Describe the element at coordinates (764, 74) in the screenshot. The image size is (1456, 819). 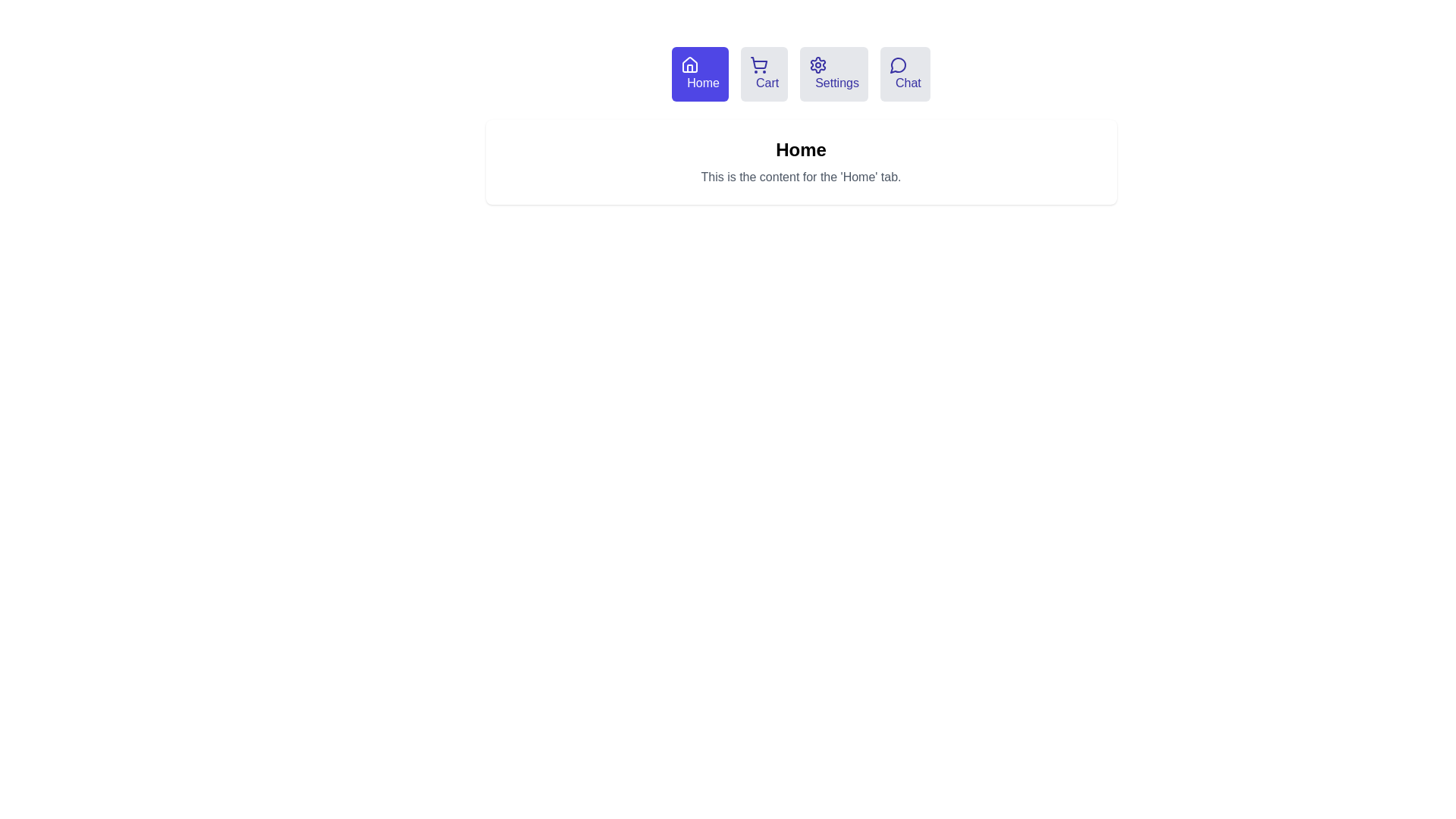
I see `the tab labeled Cart to observe its visual changes` at that location.